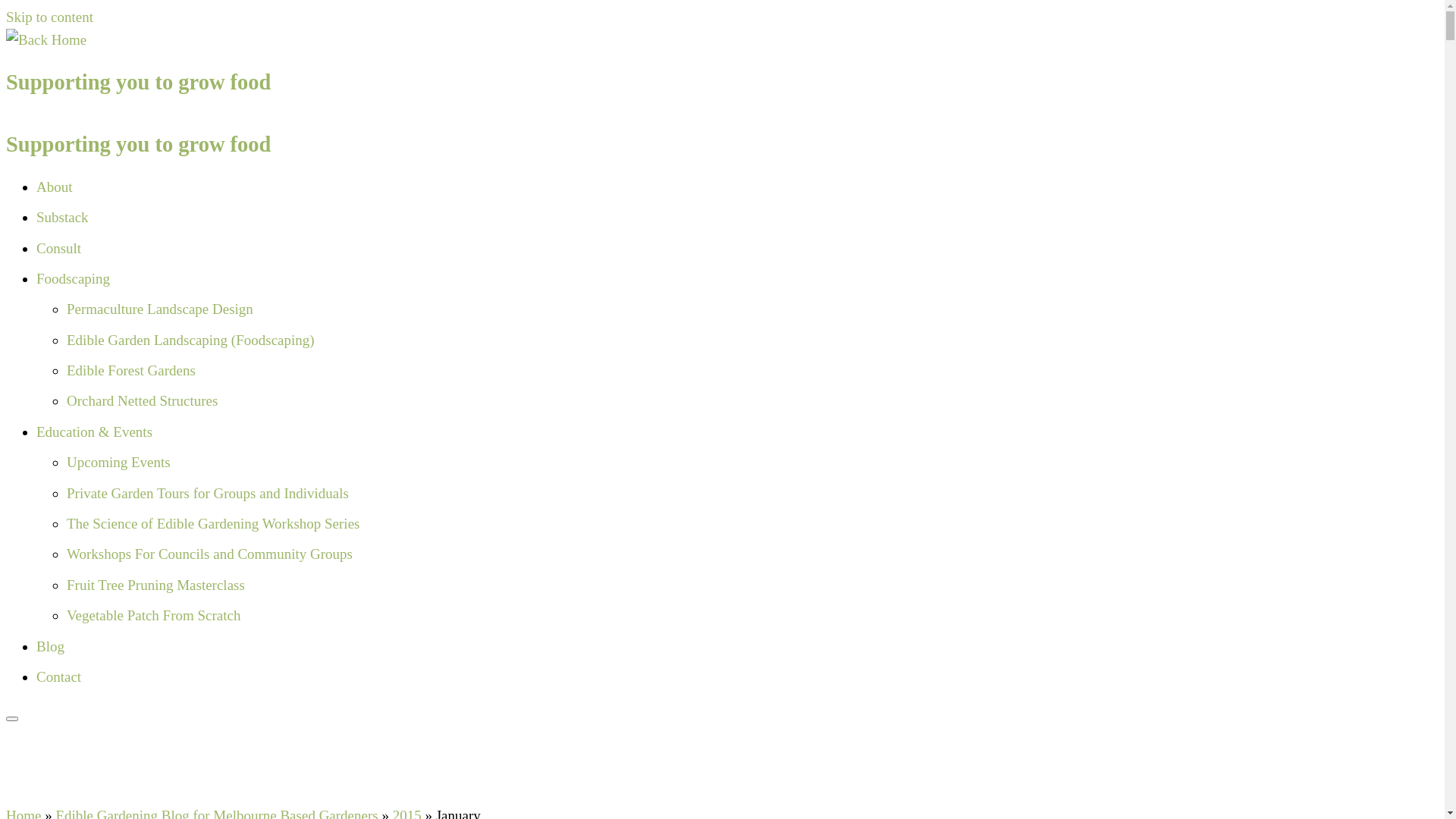 The height and width of the screenshot is (819, 1456). I want to click on 'Fruit Tree Pruning Masterclass', so click(65, 584).